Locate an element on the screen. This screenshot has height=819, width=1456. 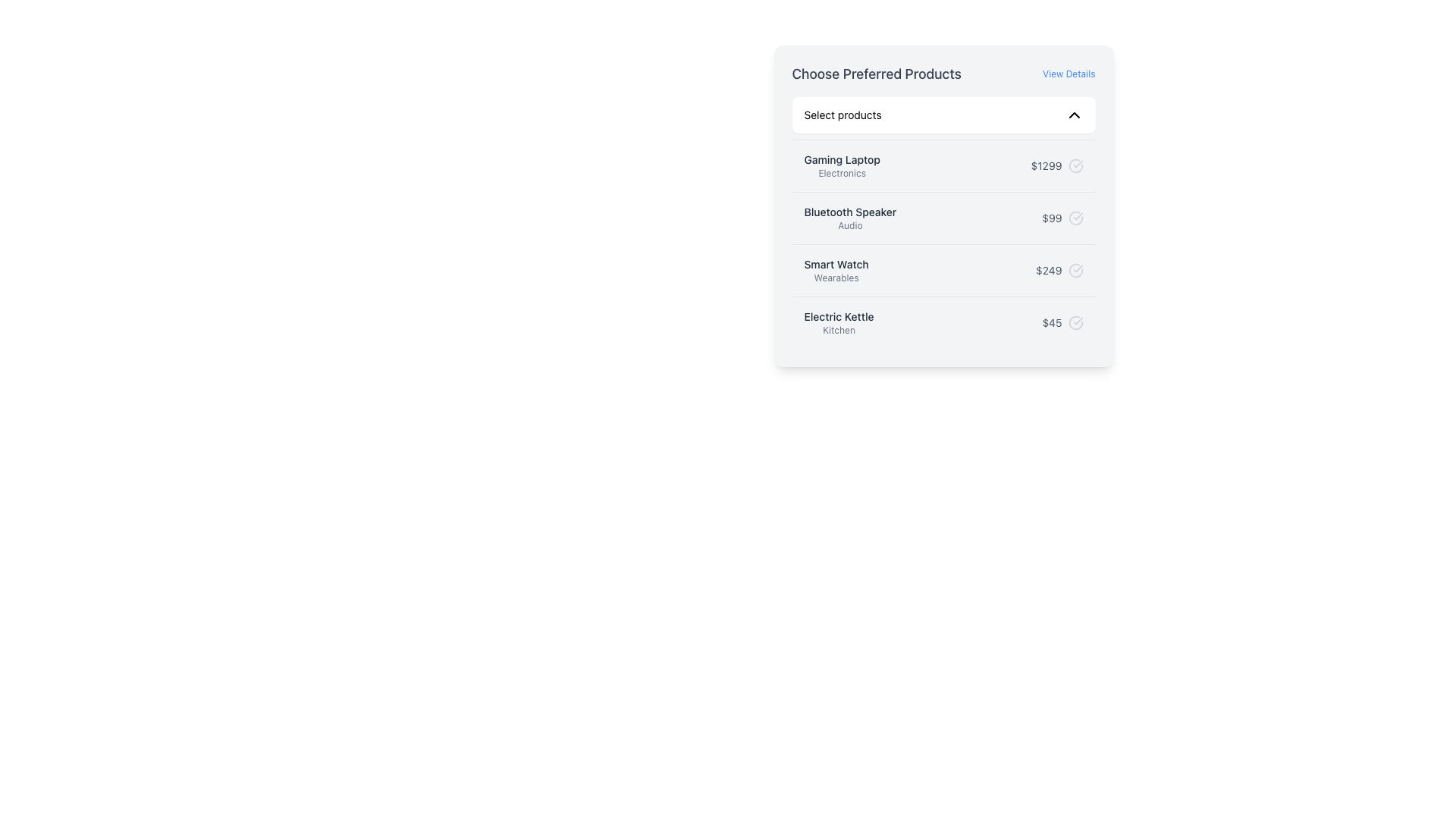
price text label displaying '$1299' located to the right of the 'Gaming Laptop' product name within a list item of selectable products is located at coordinates (1046, 166).